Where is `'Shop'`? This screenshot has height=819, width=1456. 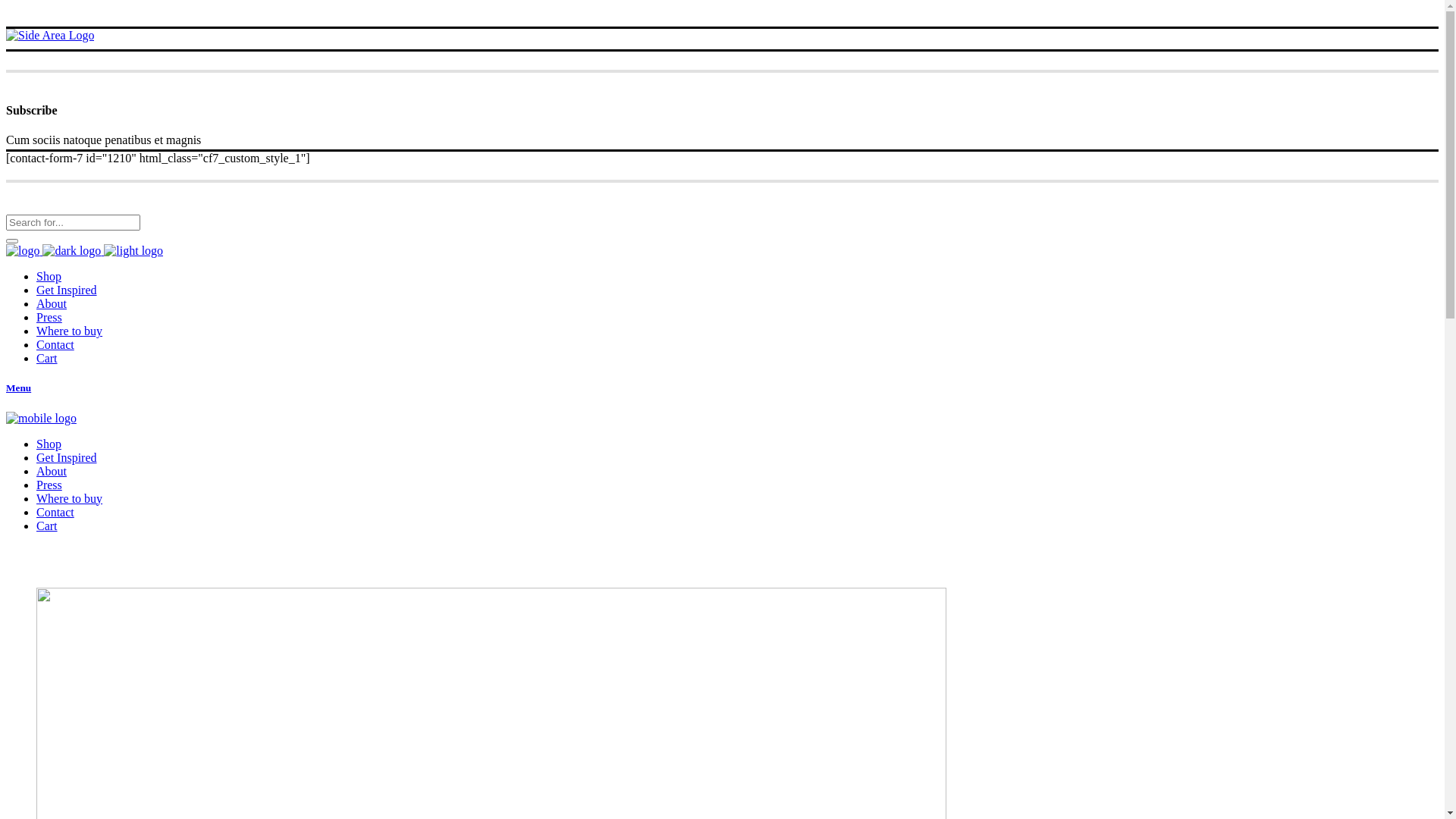
'Shop' is located at coordinates (49, 276).